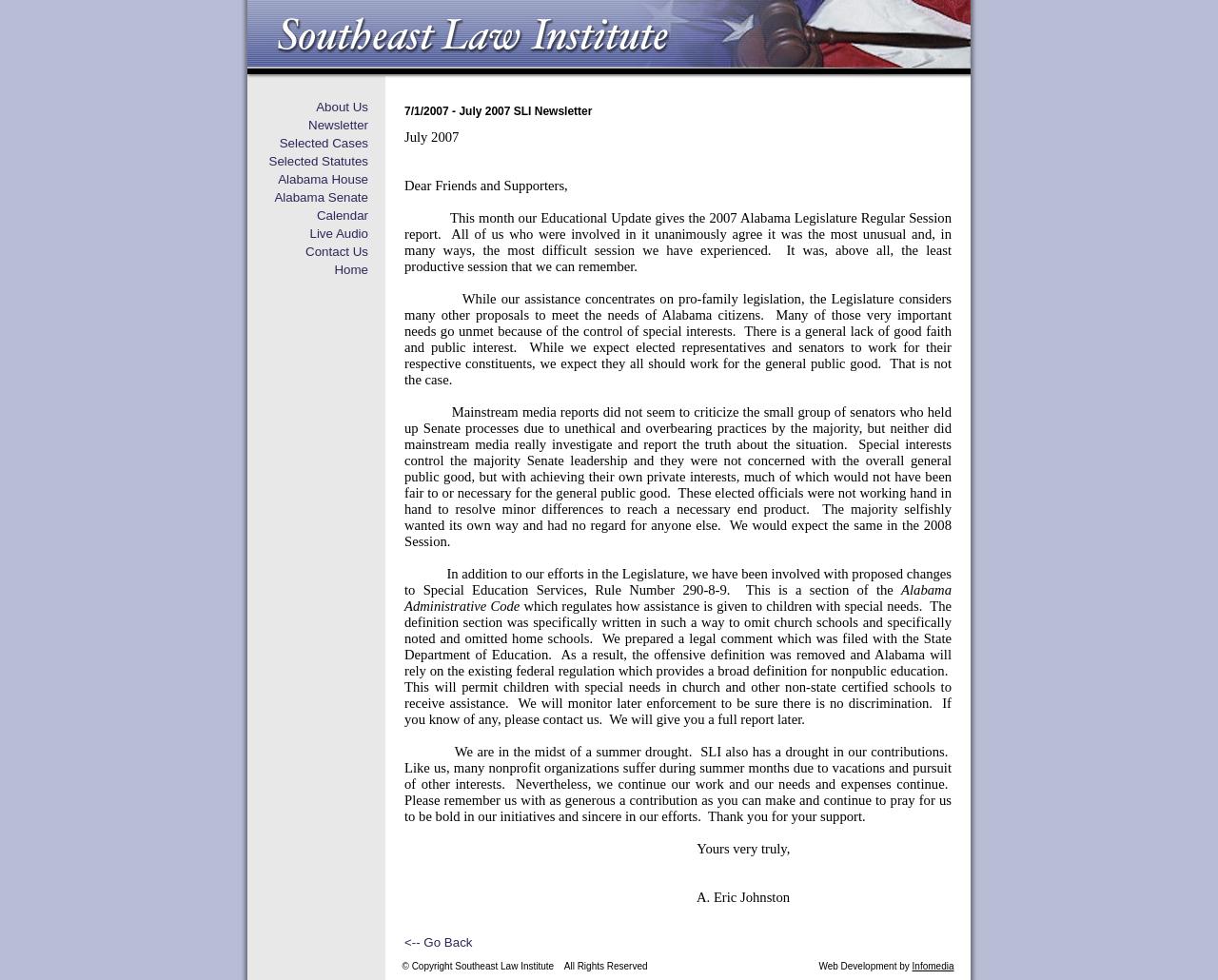  Describe the element at coordinates (723, 703) in the screenshot. I see `'We will monitor later enforcement to be sure there is no discrimination.'` at that location.